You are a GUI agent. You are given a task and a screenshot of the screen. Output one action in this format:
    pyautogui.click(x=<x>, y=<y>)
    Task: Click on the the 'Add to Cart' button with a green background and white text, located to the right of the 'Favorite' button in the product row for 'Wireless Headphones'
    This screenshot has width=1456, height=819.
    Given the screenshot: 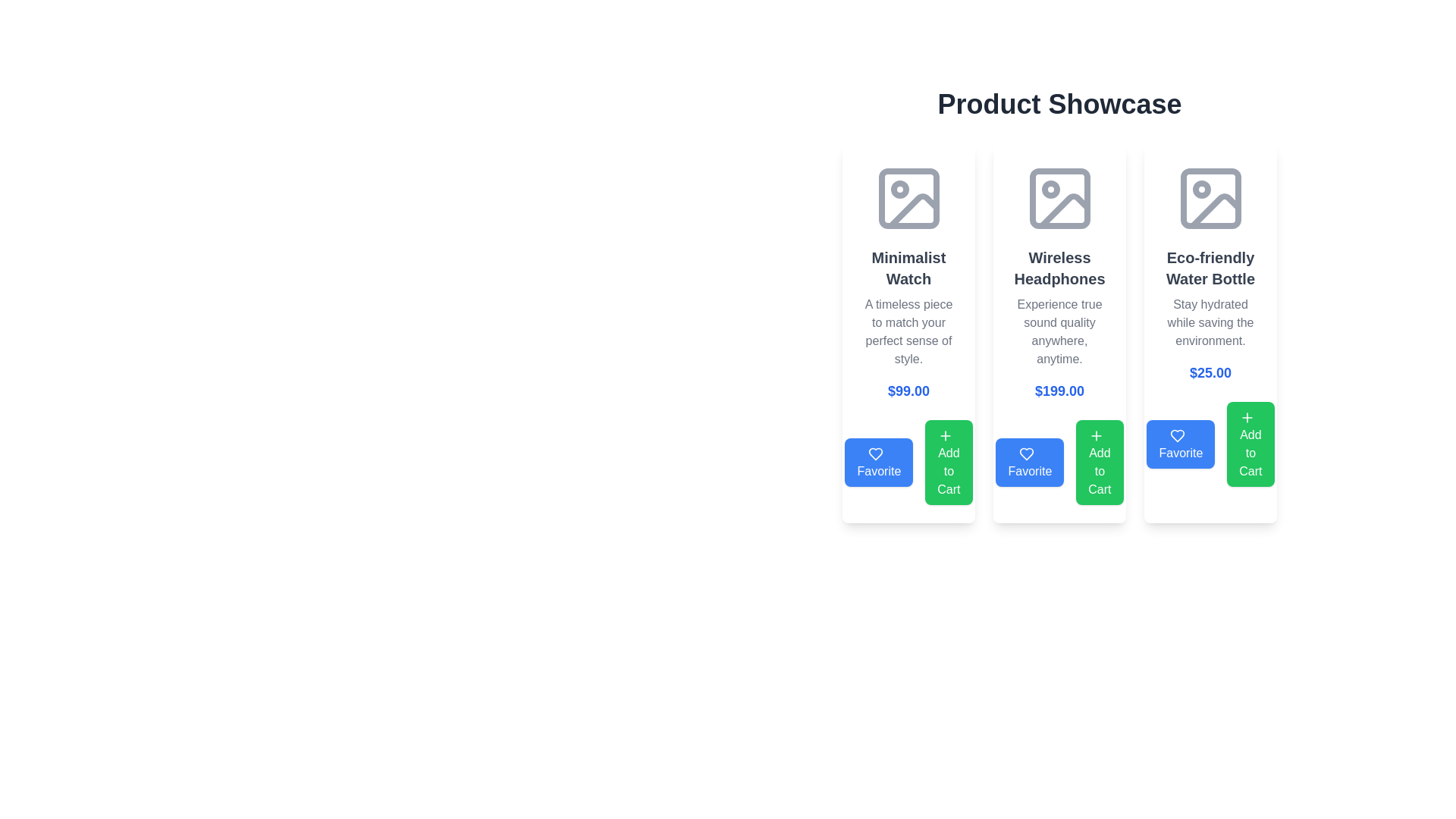 What is the action you would take?
    pyautogui.click(x=1100, y=461)
    